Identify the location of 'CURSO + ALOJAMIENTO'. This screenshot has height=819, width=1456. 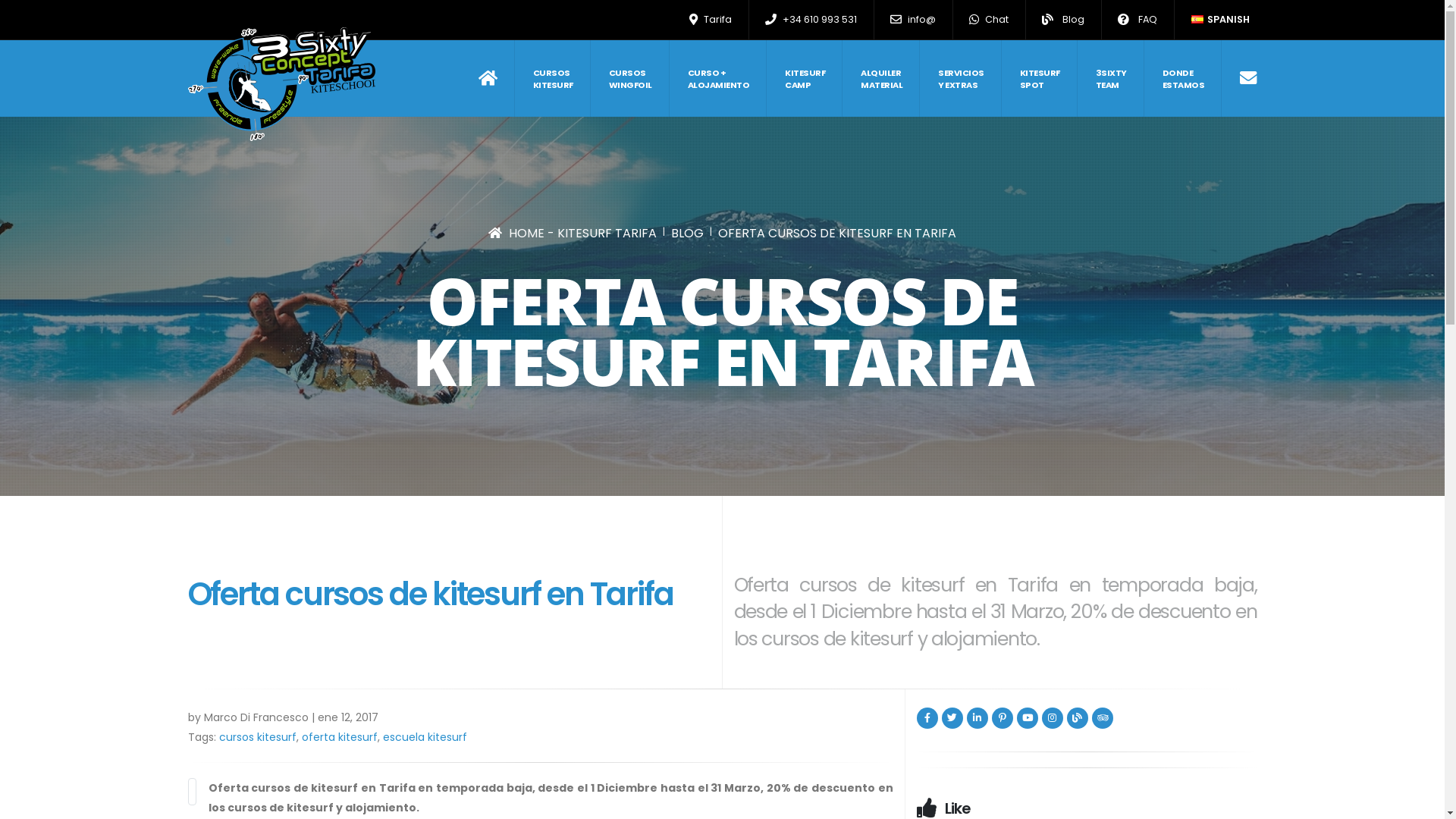
(717, 78).